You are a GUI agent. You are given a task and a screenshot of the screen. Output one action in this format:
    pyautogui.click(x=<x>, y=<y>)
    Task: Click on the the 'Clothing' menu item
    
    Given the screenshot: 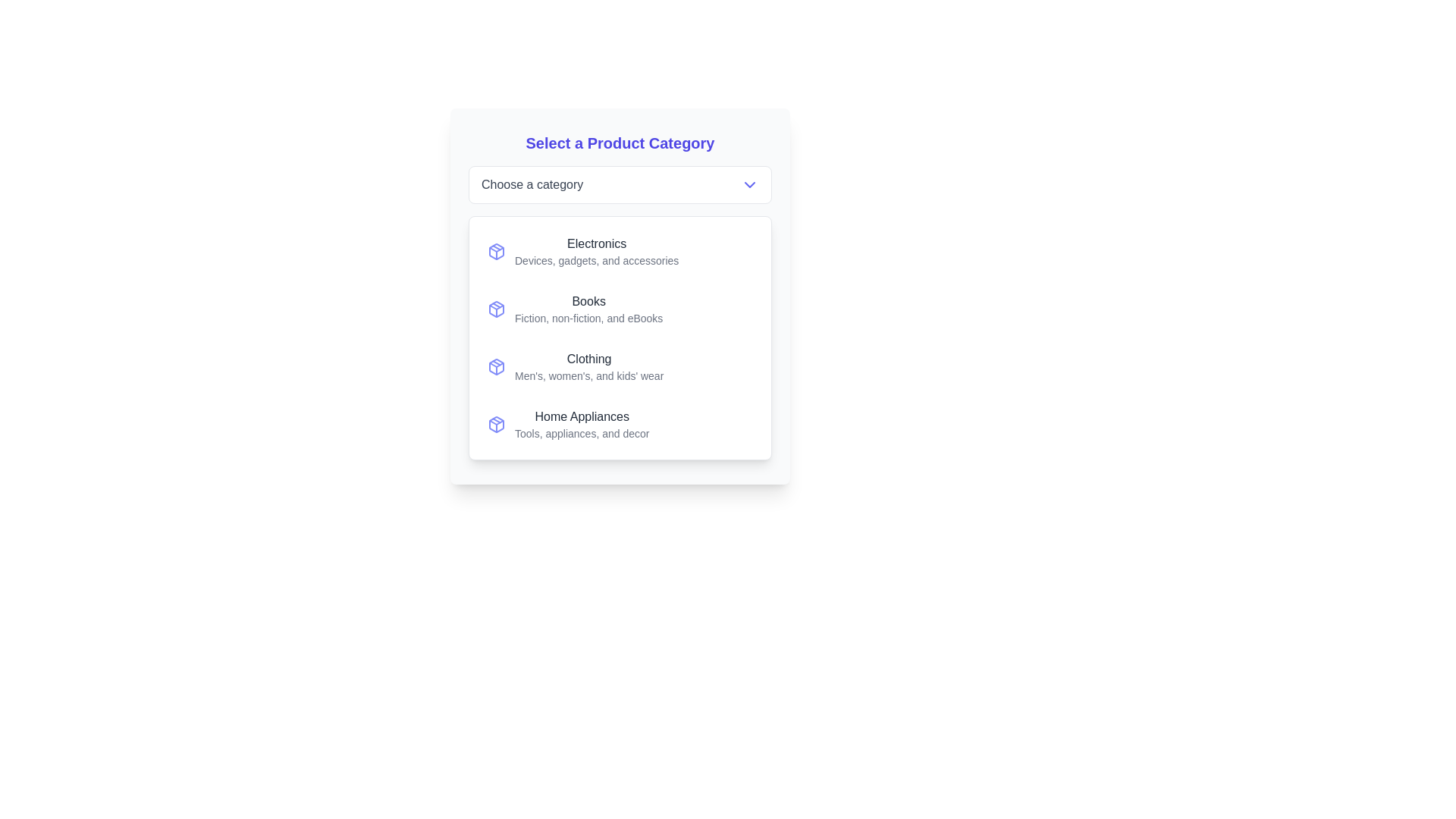 What is the action you would take?
    pyautogui.click(x=575, y=366)
    